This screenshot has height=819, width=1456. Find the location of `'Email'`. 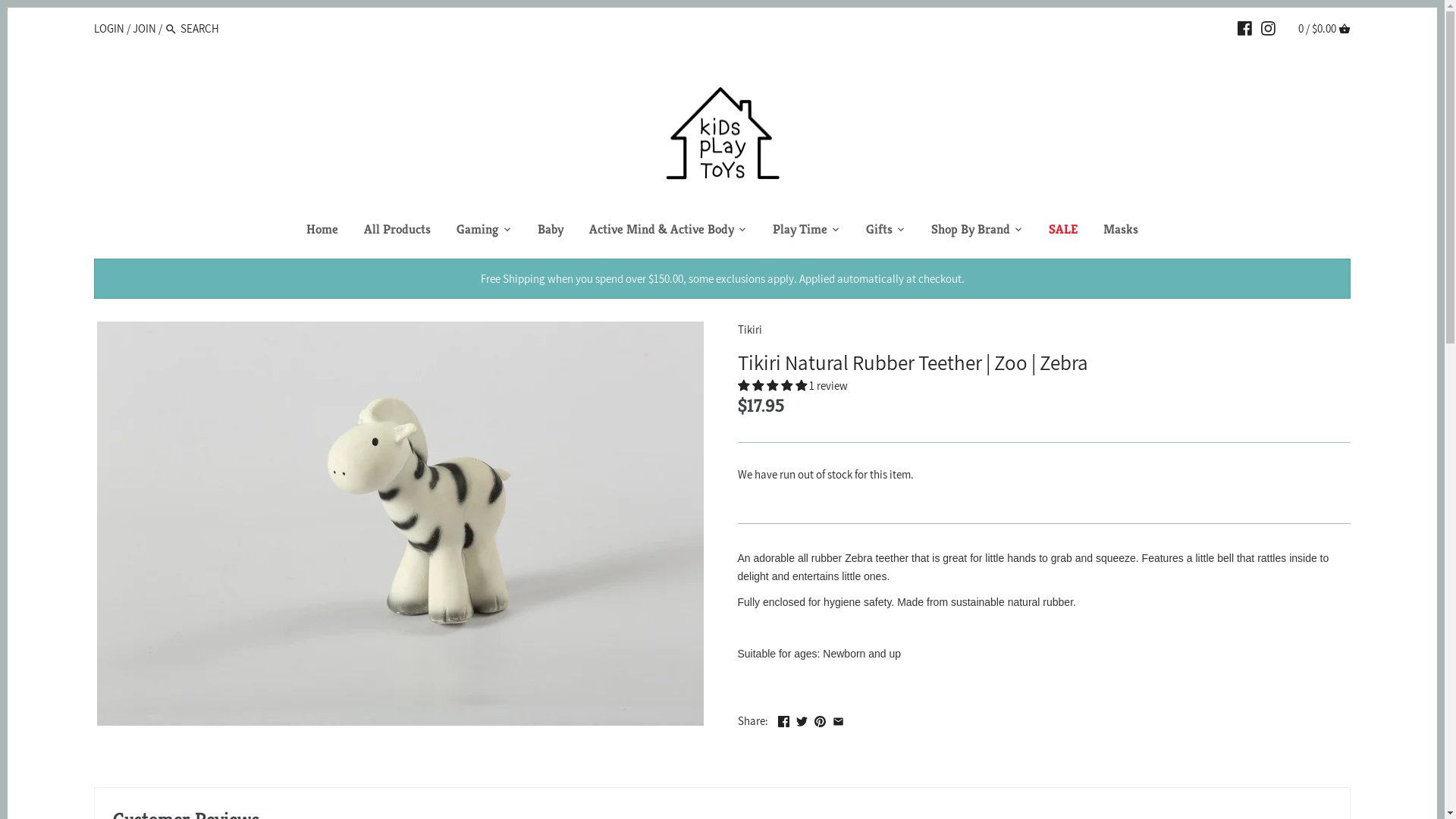

'Email' is located at coordinates (837, 718).